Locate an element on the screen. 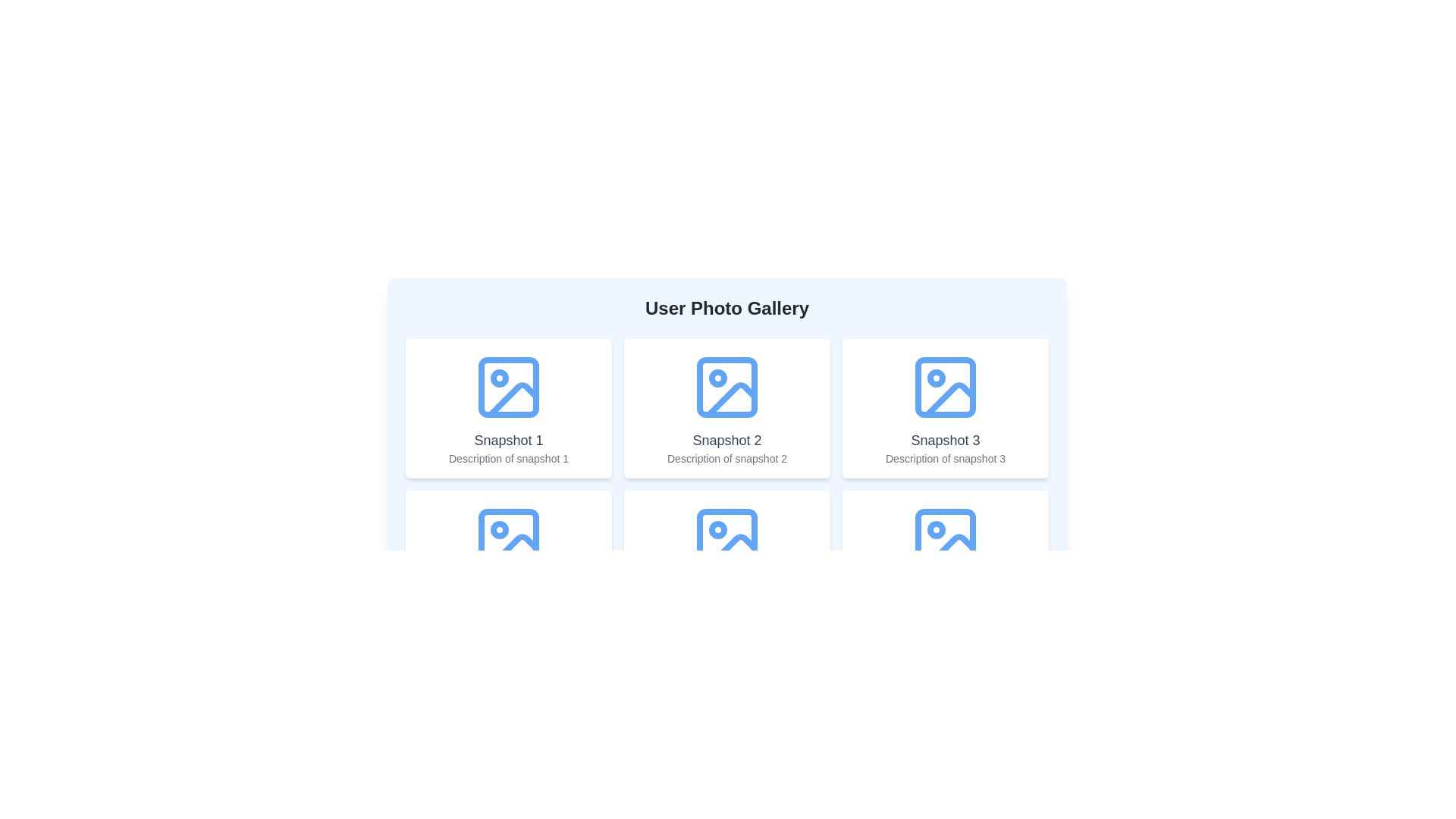 The height and width of the screenshot is (819, 1456). the Circle element located in the top-left corner of the first snapshot in the SVG graphic of the photo gallery is located at coordinates (499, 377).